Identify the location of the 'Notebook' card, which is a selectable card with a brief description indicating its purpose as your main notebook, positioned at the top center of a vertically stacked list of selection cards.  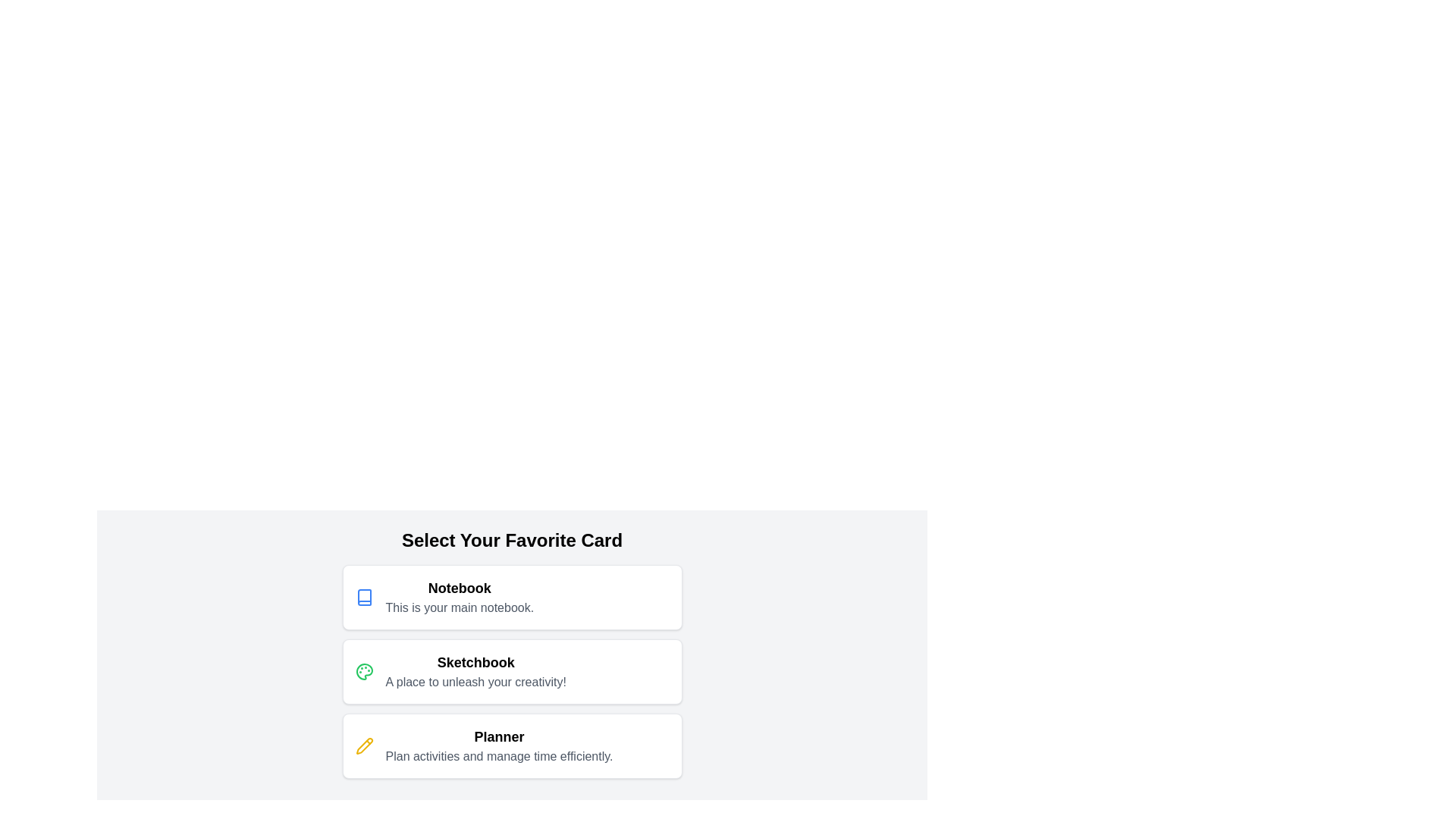
(512, 596).